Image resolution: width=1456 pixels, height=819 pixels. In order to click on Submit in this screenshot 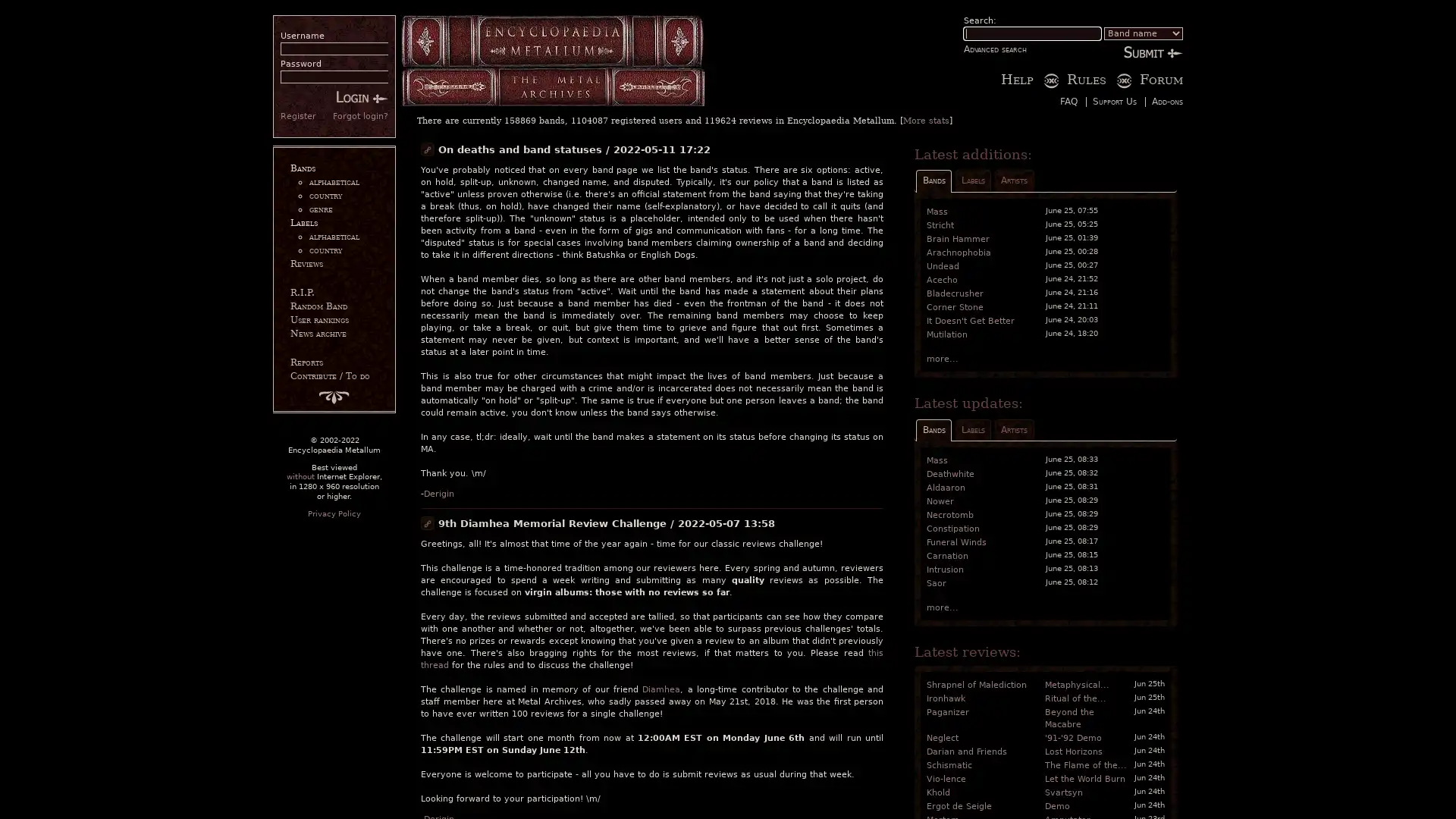, I will do `click(1153, 52)`.